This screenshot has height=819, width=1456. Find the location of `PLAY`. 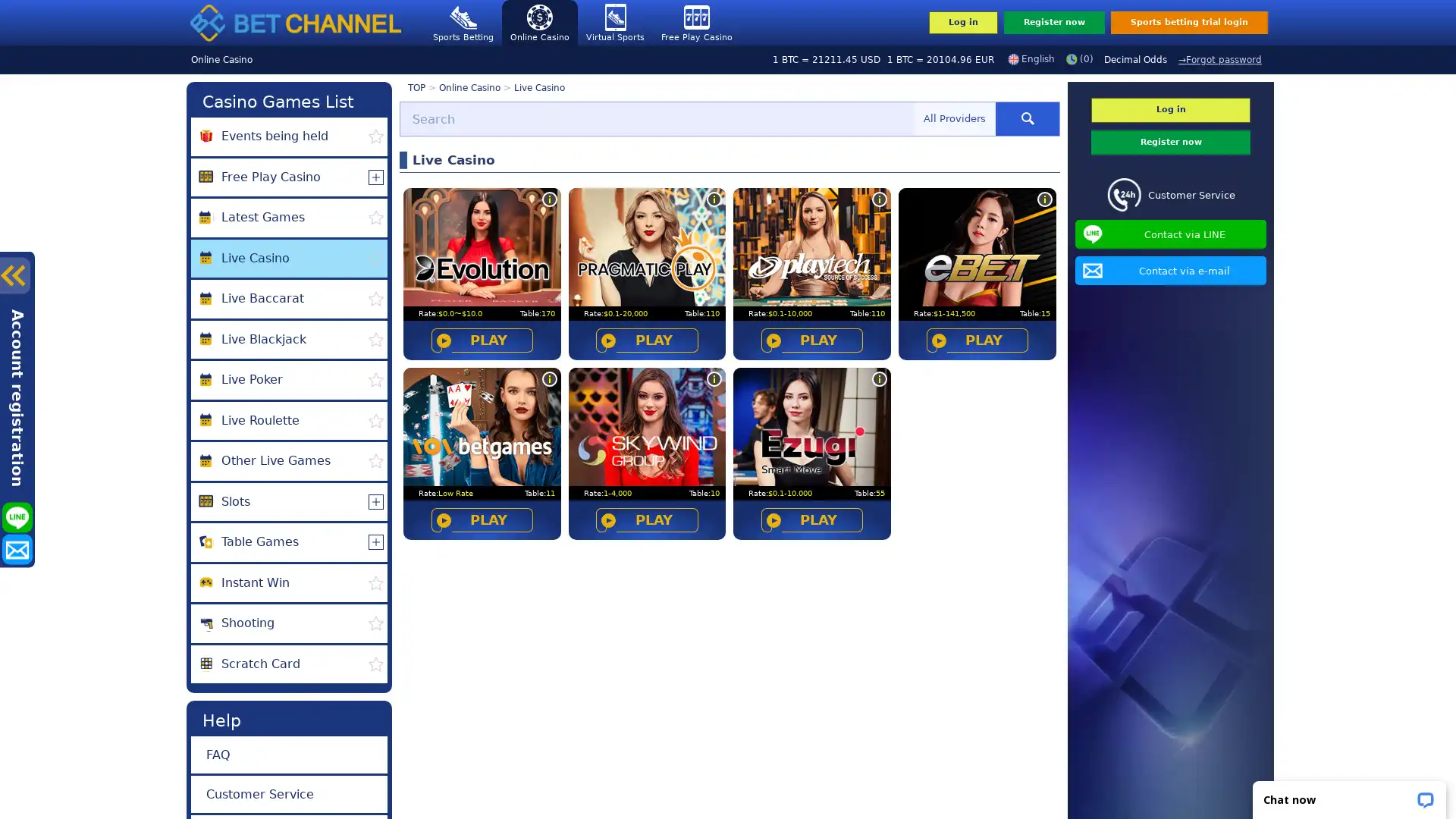

PLAY is located at coordinates (480, 339).